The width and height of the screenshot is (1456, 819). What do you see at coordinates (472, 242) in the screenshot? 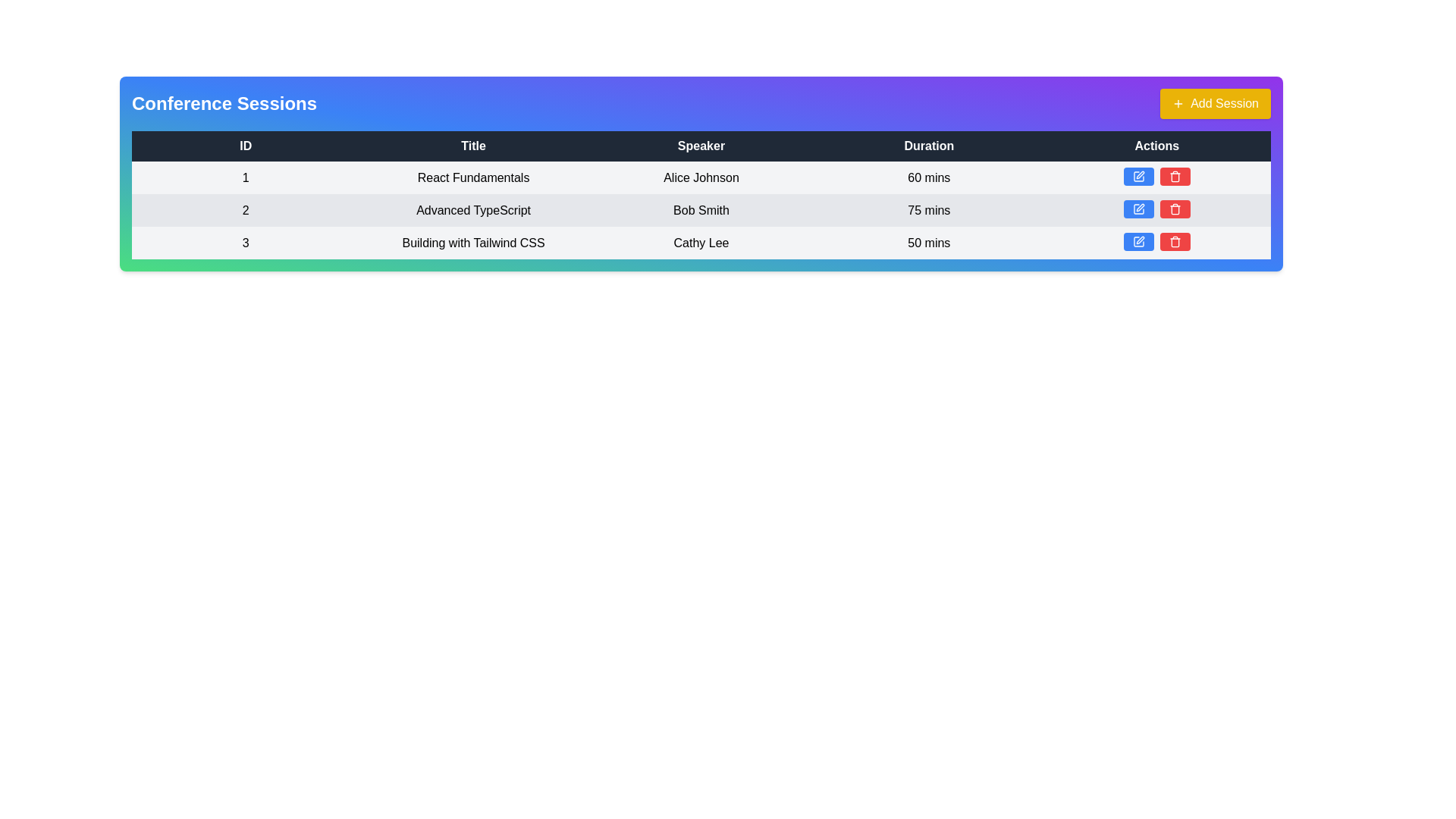
I see `the 'Title' text label of the third session entry in the session table, which displays the session's title information` at bounding box center [472, 242].